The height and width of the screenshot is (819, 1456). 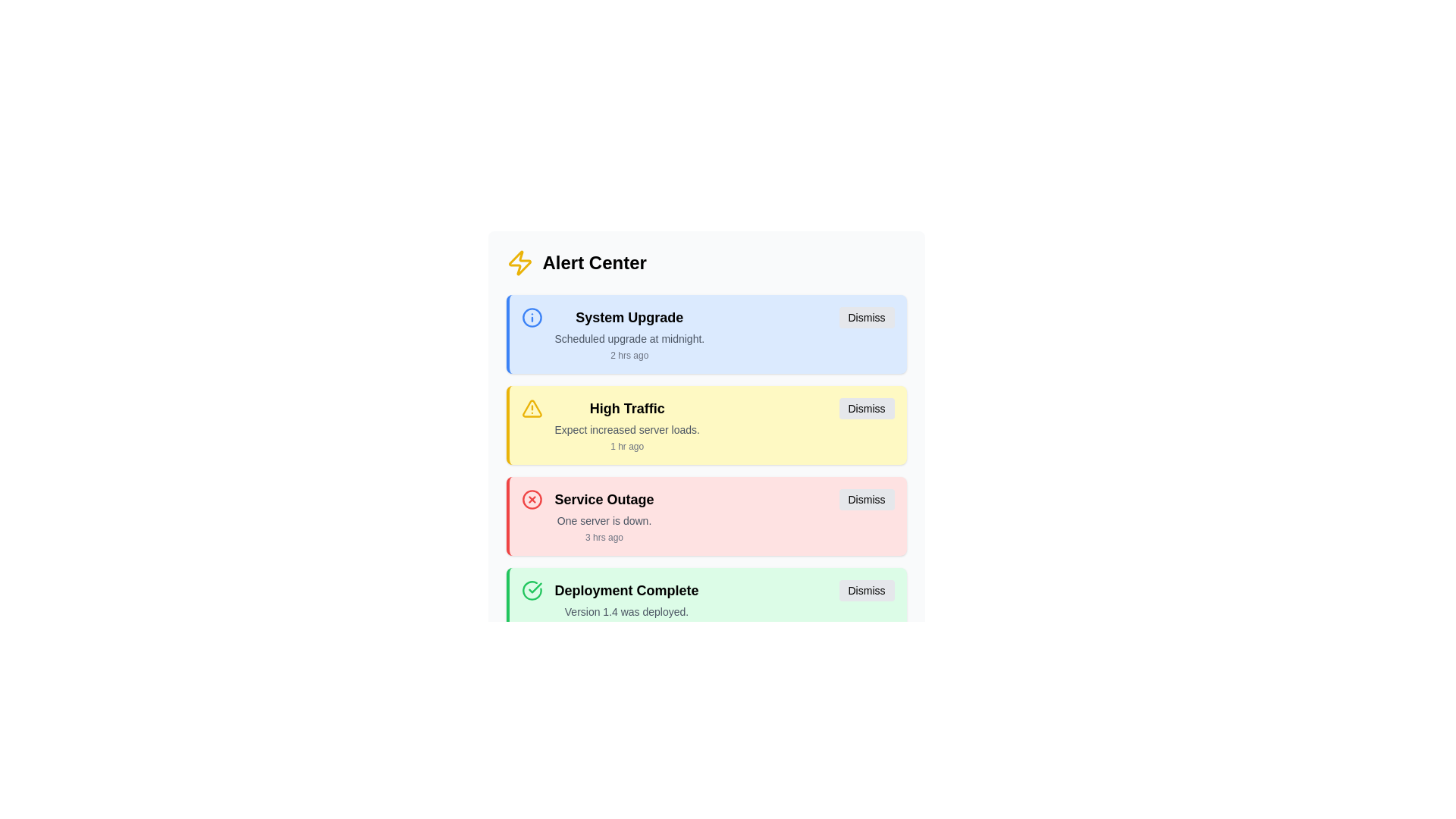 What do you see at coordinates (532, 590) in the screenshot?
I see `the green checkmark icon that indicates successful completion of the 'Deployment Complete' notification, located on the left side of the fourth notification in the list` at bounding box center [532, 590].